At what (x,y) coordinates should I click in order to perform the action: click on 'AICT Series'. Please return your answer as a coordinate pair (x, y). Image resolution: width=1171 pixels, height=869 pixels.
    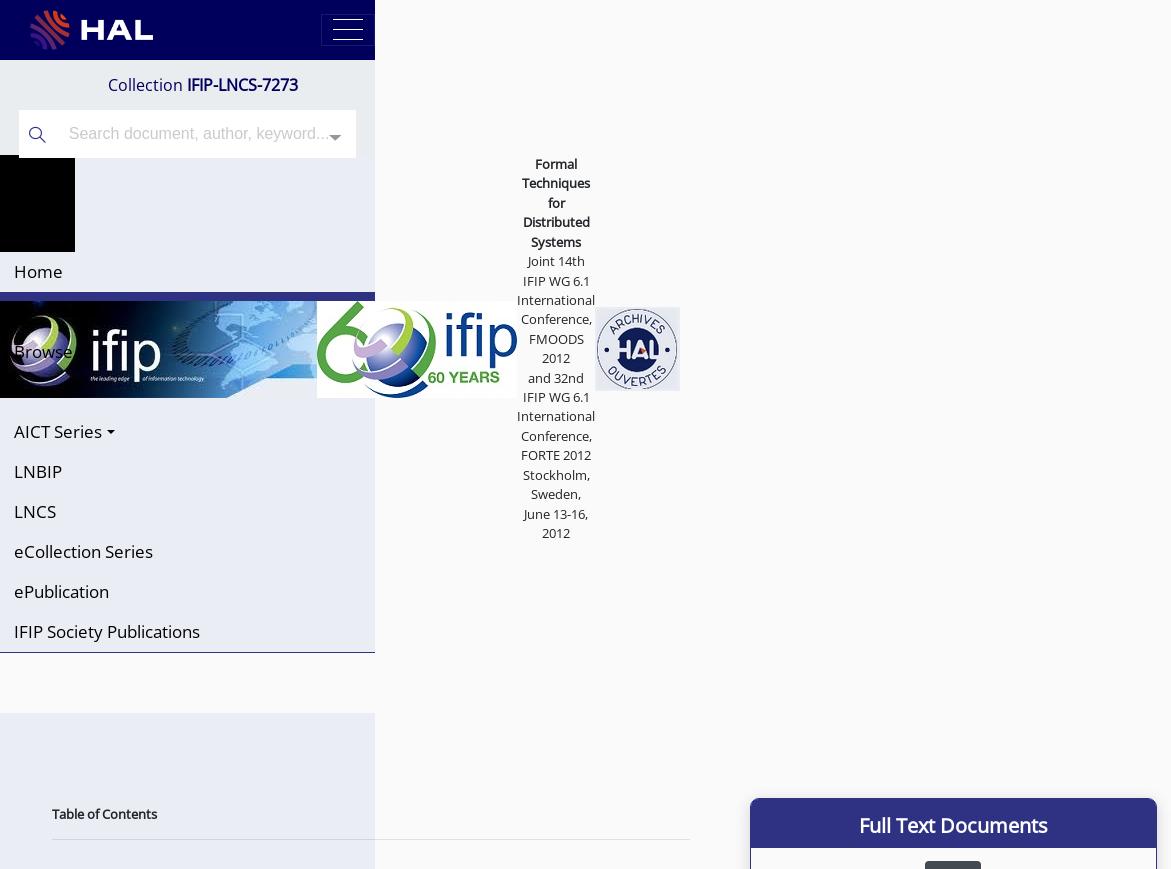
    Looking at the image, I should click on (14, 430).